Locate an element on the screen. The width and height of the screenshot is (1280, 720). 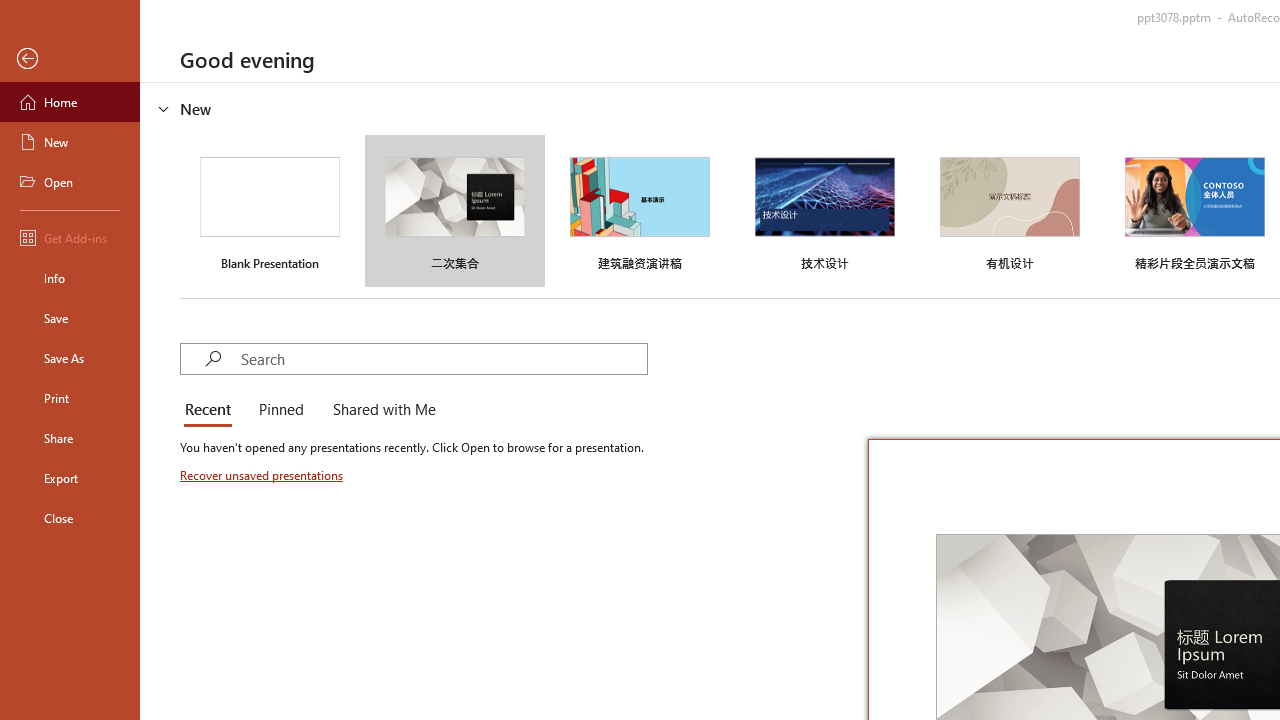
'Shared with Me' is located at coordinates (380, 410).